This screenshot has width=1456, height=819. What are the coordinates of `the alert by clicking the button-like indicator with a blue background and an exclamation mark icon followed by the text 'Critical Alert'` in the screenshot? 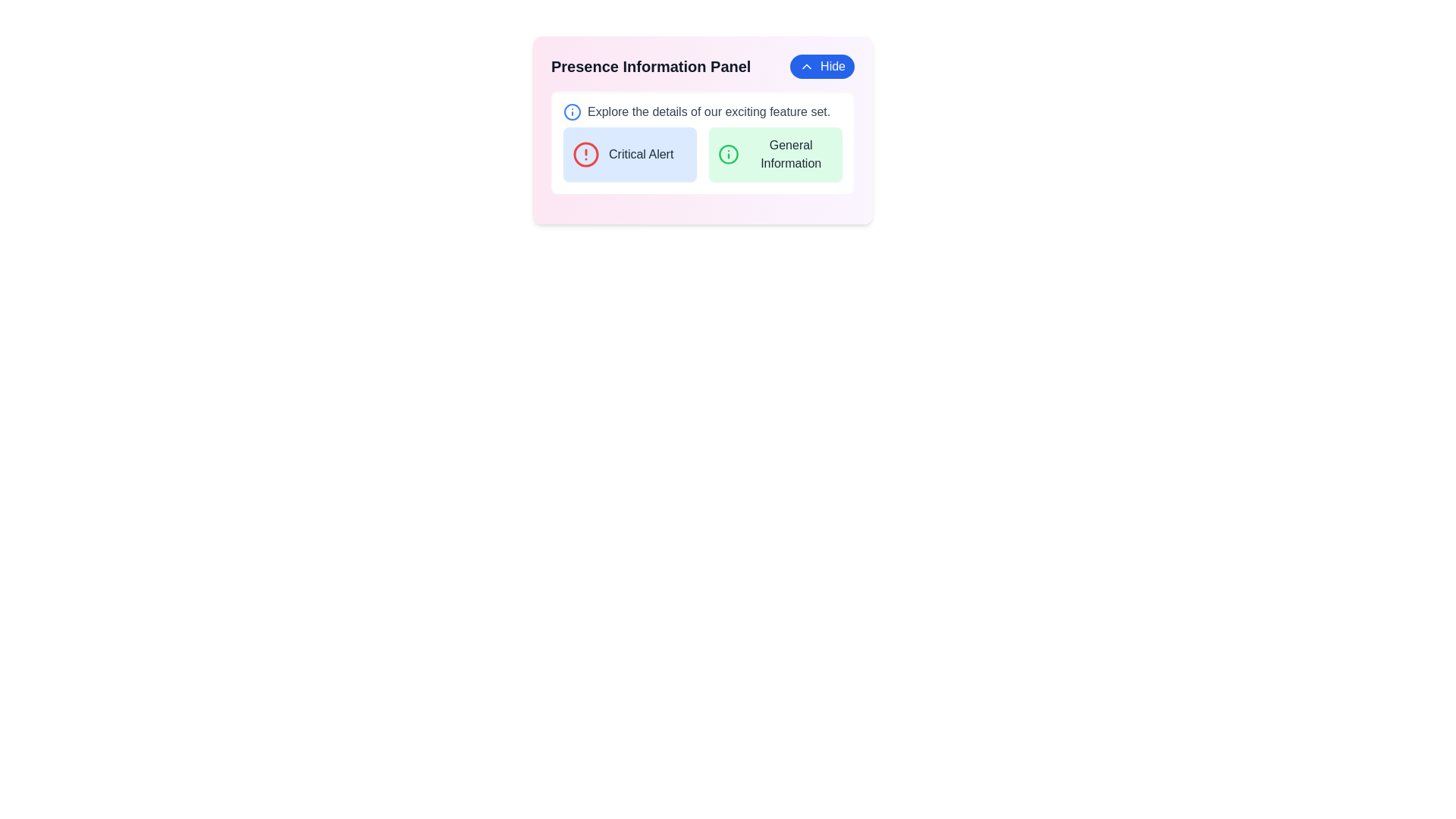 It's located at (629, 155).